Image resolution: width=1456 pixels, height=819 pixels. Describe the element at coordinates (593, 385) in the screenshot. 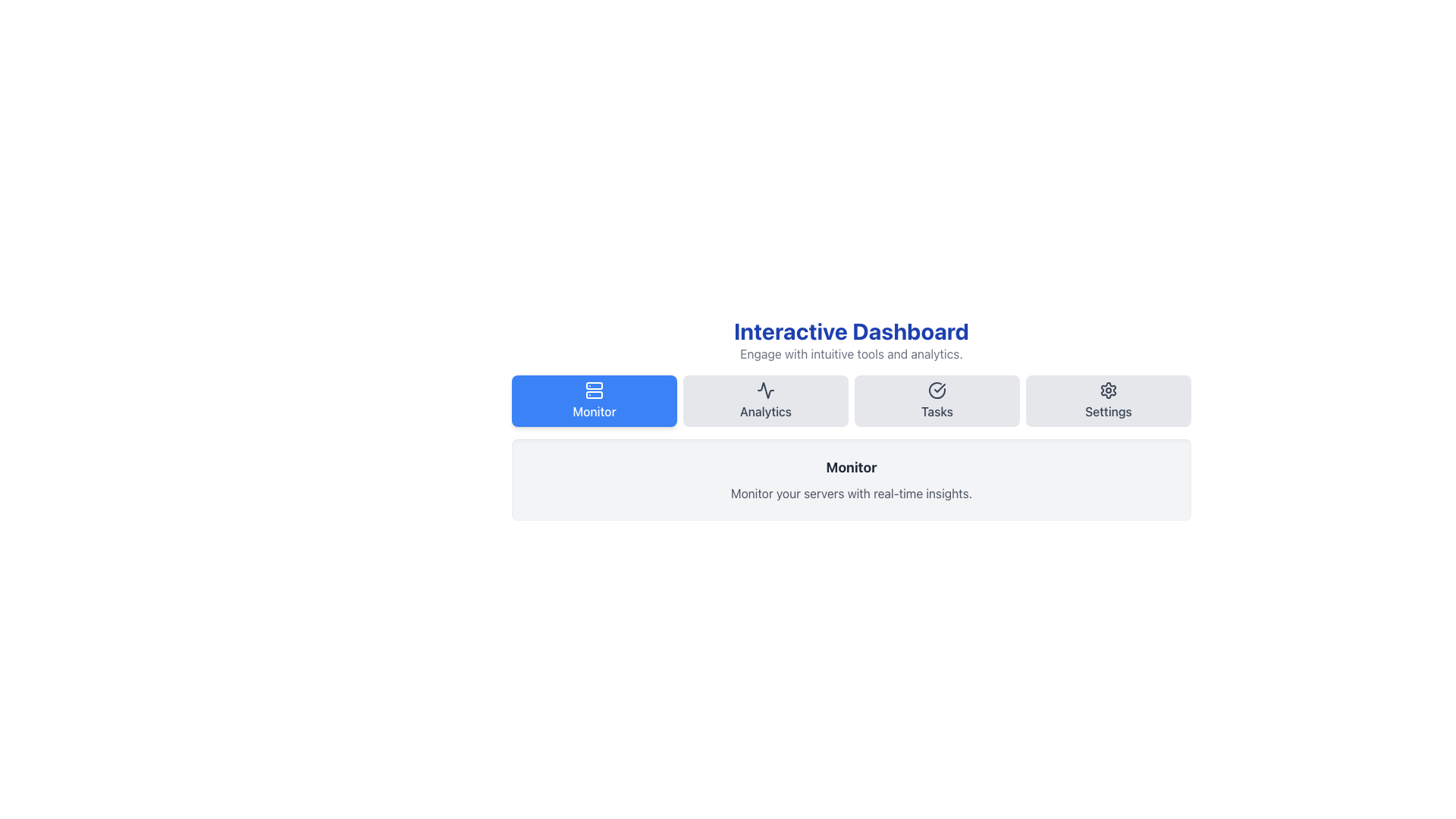

I see `the topmost segment of the server icon, which is a rectangular shape with rounded corners, located to the left of the horizontal navigation bar` at that location.